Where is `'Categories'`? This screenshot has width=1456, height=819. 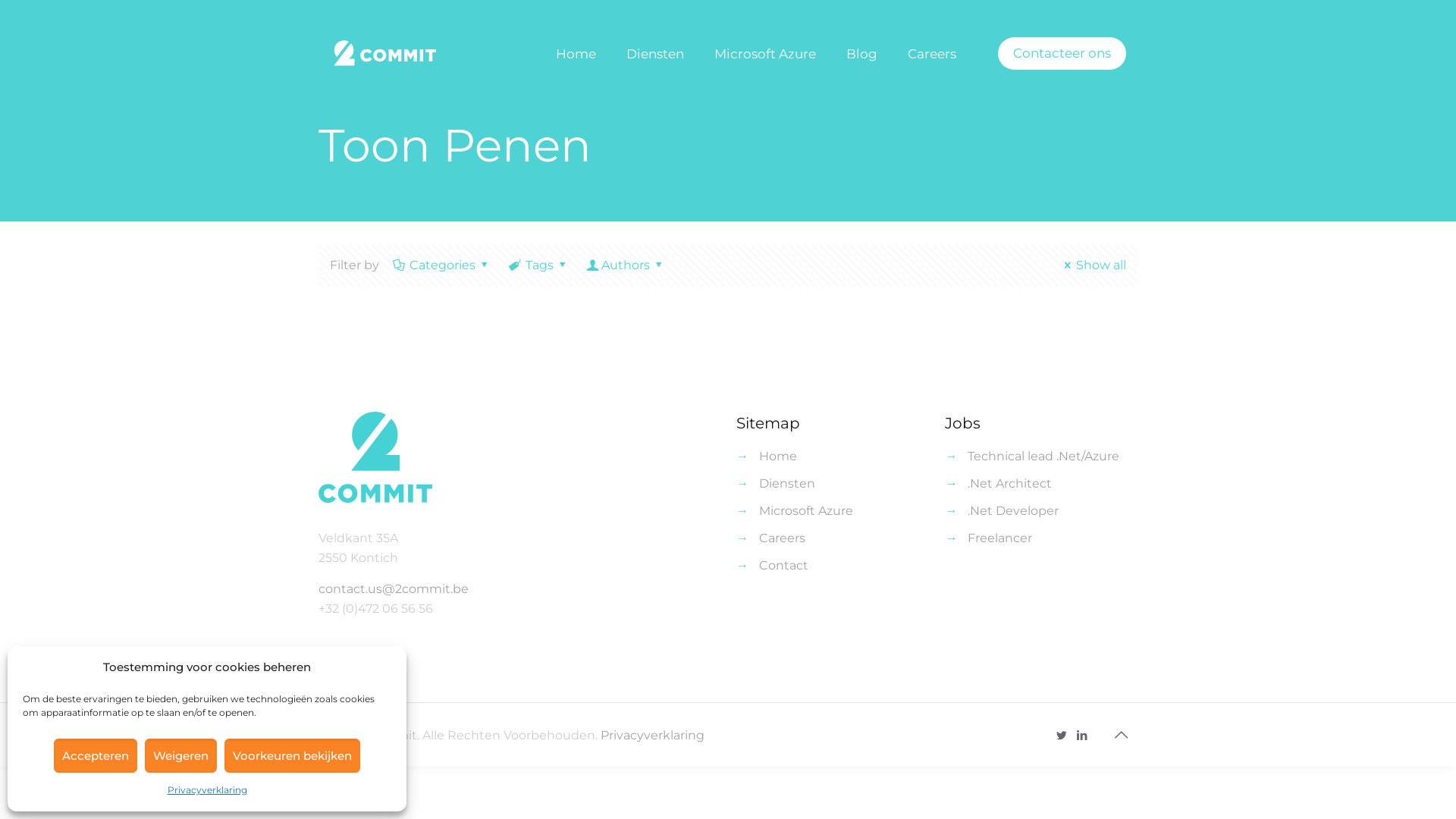
'Categories' is located at coordinates (390, 264).